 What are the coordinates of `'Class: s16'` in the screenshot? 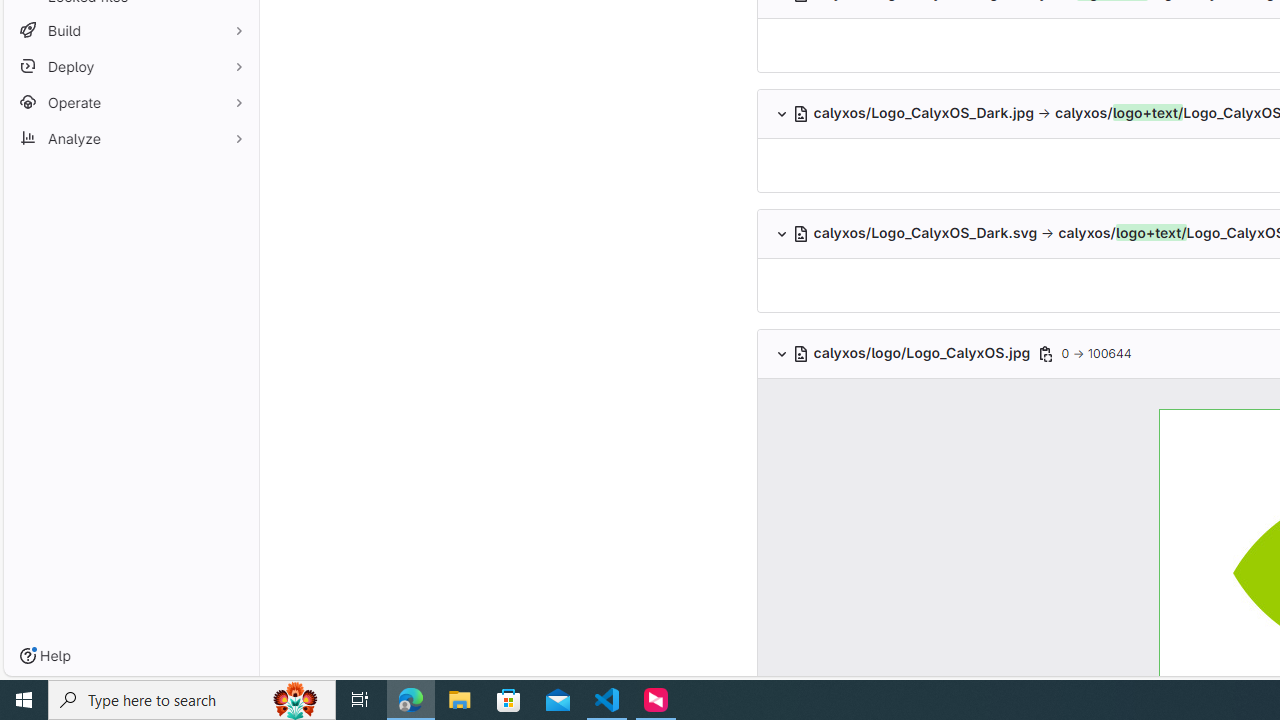 It's located at (801, 353).